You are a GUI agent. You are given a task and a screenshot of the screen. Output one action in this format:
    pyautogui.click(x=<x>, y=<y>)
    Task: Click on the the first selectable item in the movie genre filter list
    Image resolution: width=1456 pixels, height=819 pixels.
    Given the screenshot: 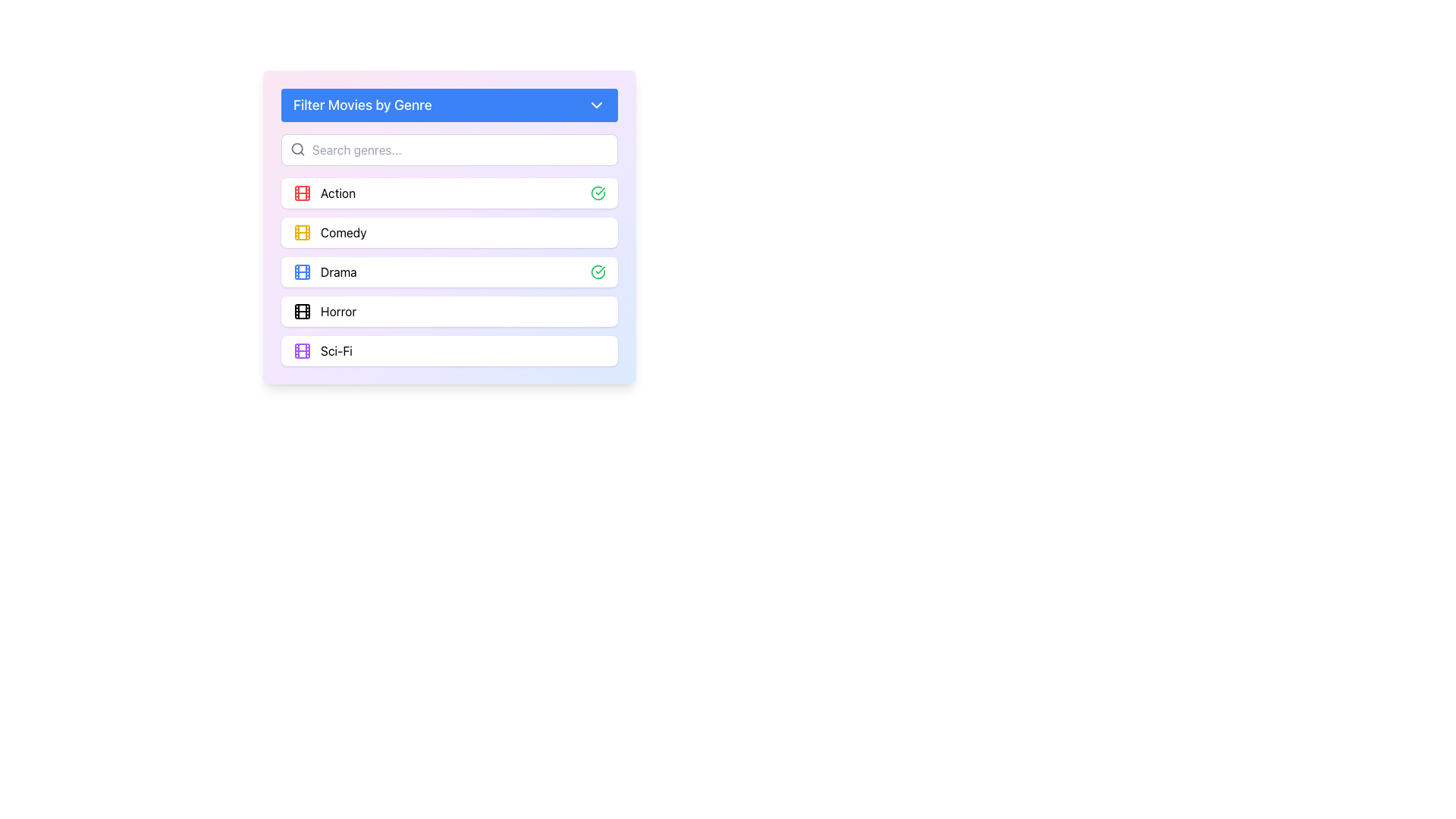 What is the action you would take?
    pyautogui.click(x=449, y=192)
    